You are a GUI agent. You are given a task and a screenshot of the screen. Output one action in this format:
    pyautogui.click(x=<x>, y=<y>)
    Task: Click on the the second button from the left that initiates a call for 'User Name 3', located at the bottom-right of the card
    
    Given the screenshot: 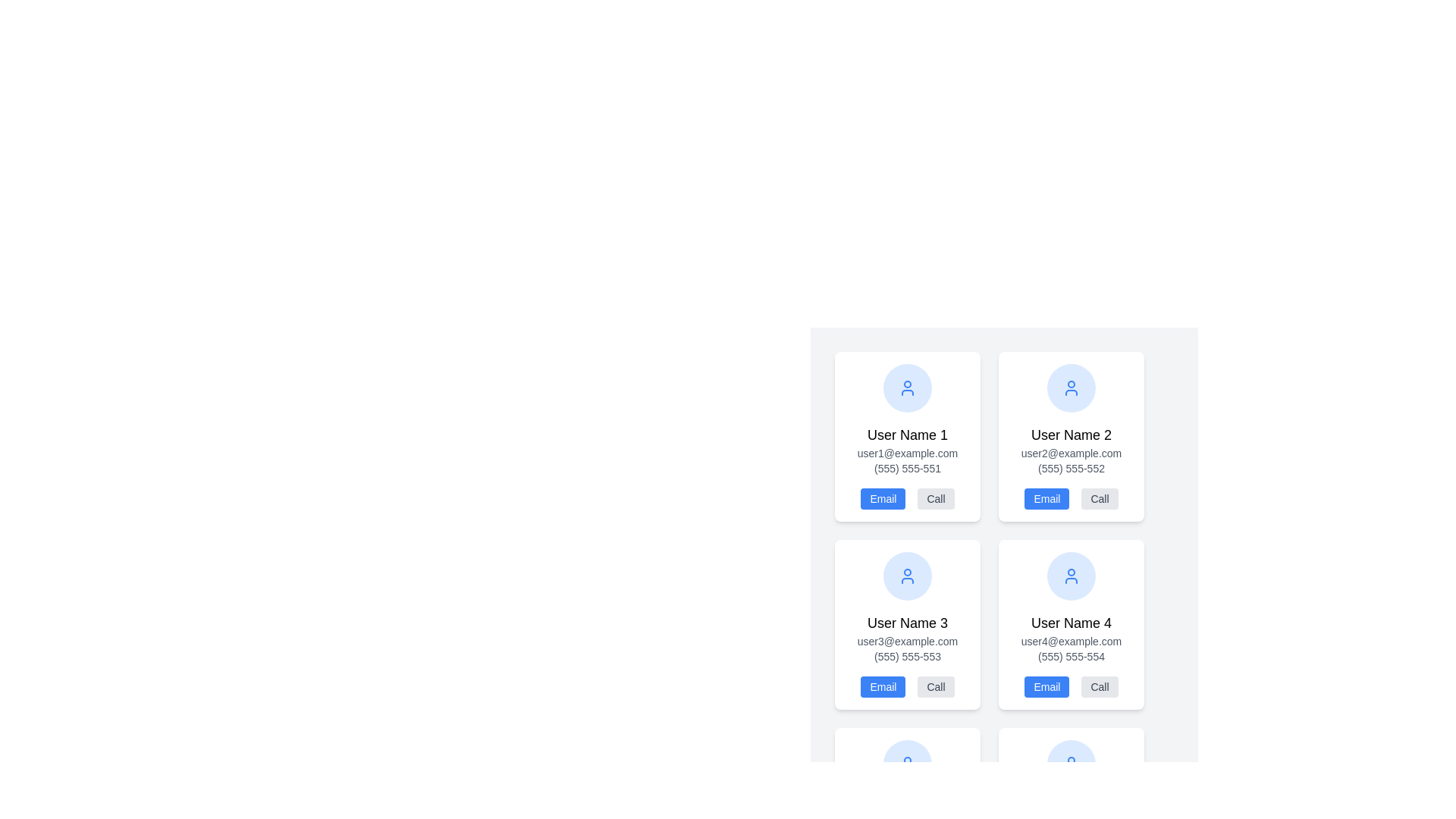 What is the action you would take?
    pyautogui.click(x=935, y=687)
    